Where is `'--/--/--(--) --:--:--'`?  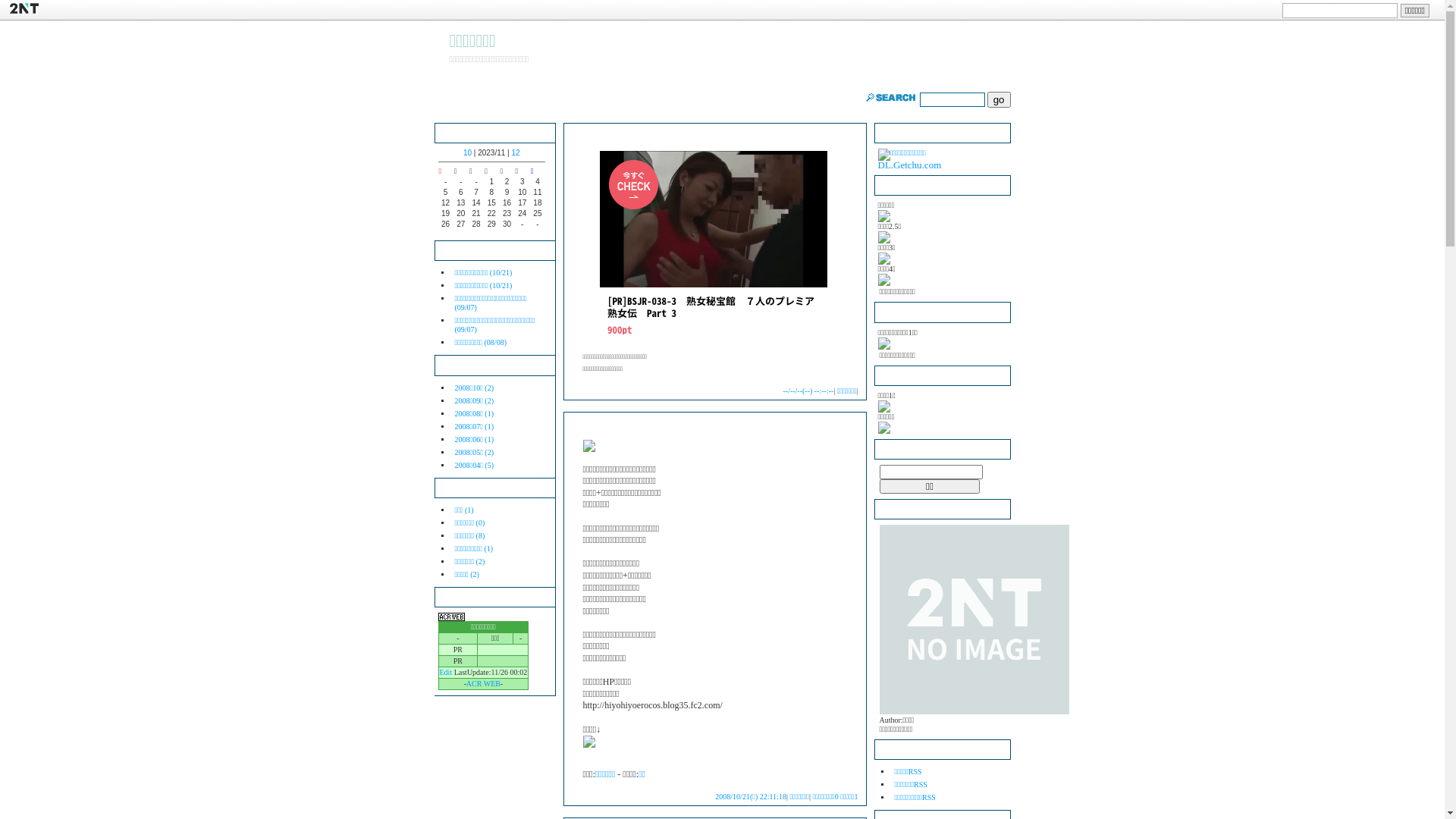
'--/--/--(--) --:--:--' is located at coordinates (807, 390).